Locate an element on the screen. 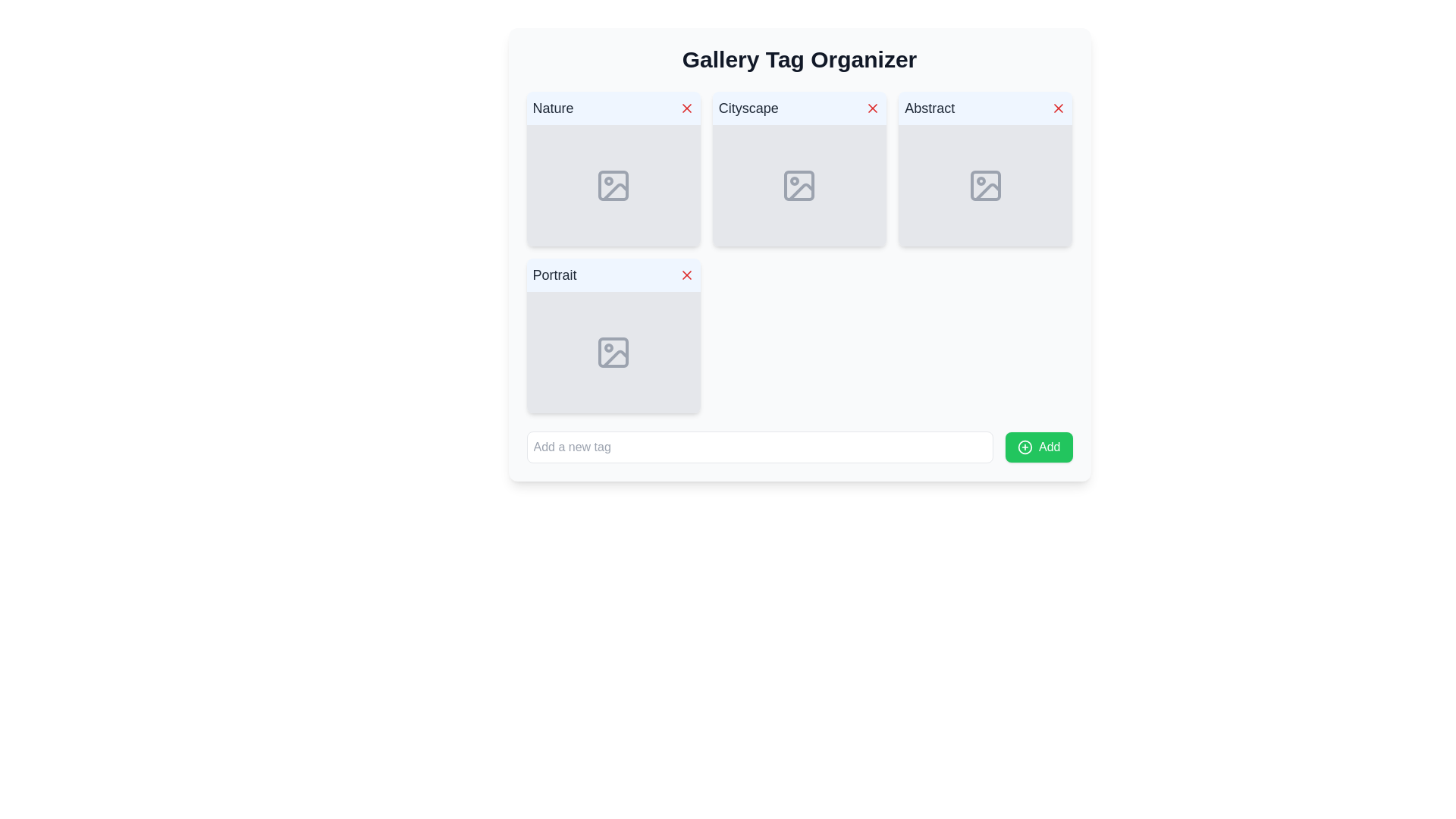 The width and height of the screenshot is (1456, 819). the 'Abstract' category card located in the top right corner of the grid is located at coordinates (985, 169).